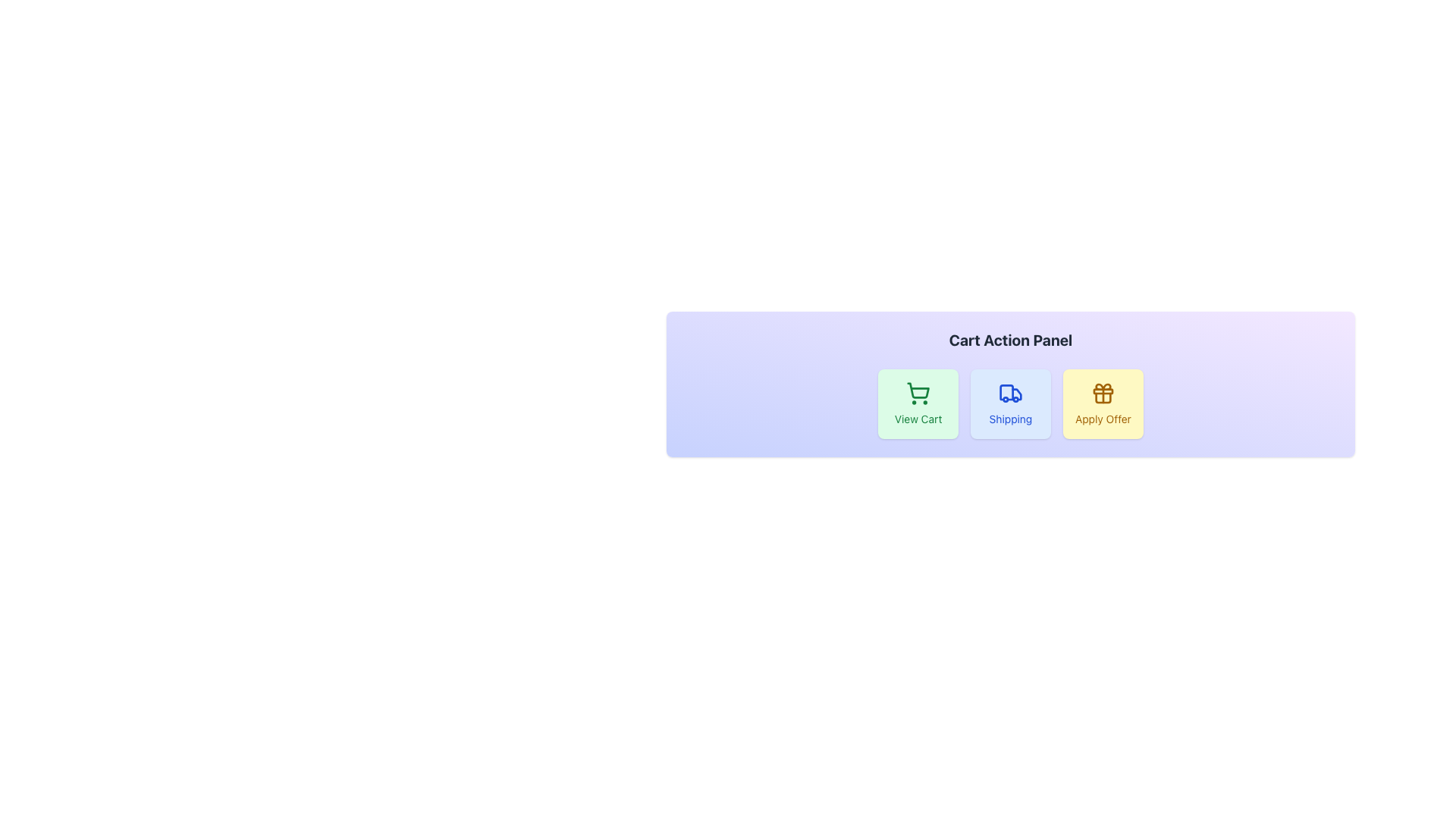 The height and width of the screenshot is (819, 1456). Describe the element at coordinates (1011, 403) in the screenshot. I see `keyboard navigation` at that location.